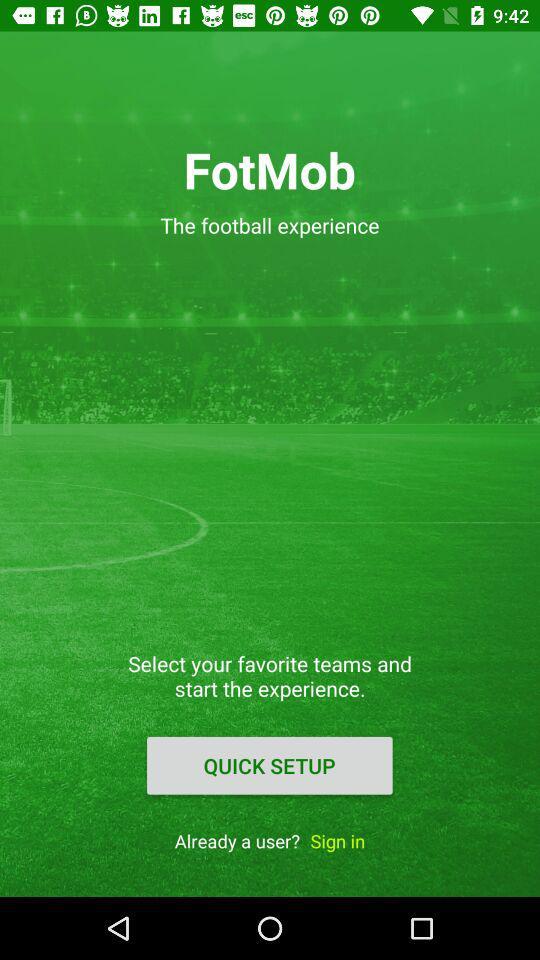 Image resolution: width=540 pixels, height=960 pixels. Describe the element at coordinates (269, 764) in the screenshot. I see `quick setup icon` at that location.